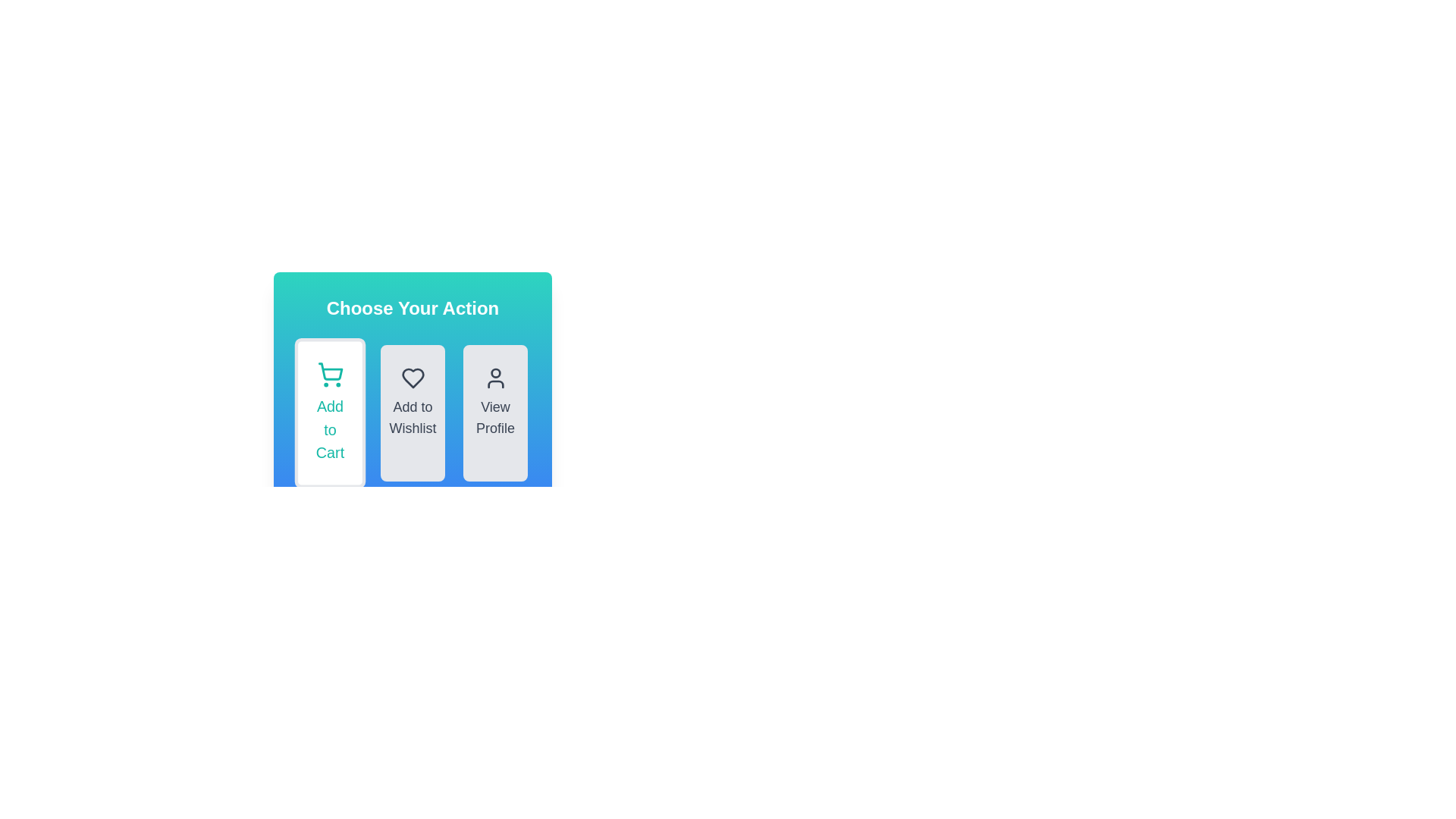  Describe the element at coordinates (413, 377) in the screenshot. I see `the heart-shaped icon within the 'Add to Wishlist' button, located at the top center of the button in the center panel` at that location.